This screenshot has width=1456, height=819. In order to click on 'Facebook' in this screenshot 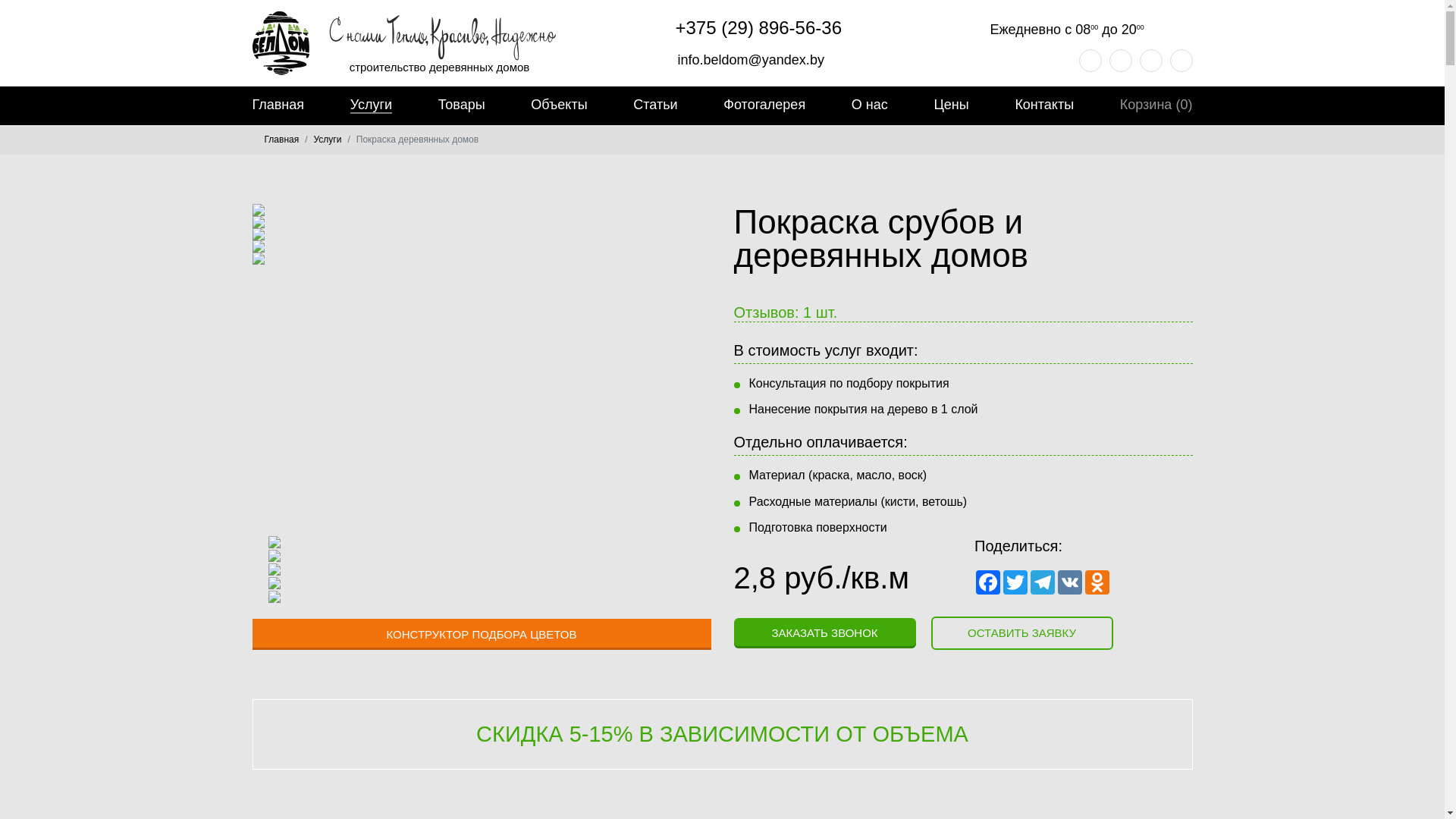, I will do `click(987, 581)`.